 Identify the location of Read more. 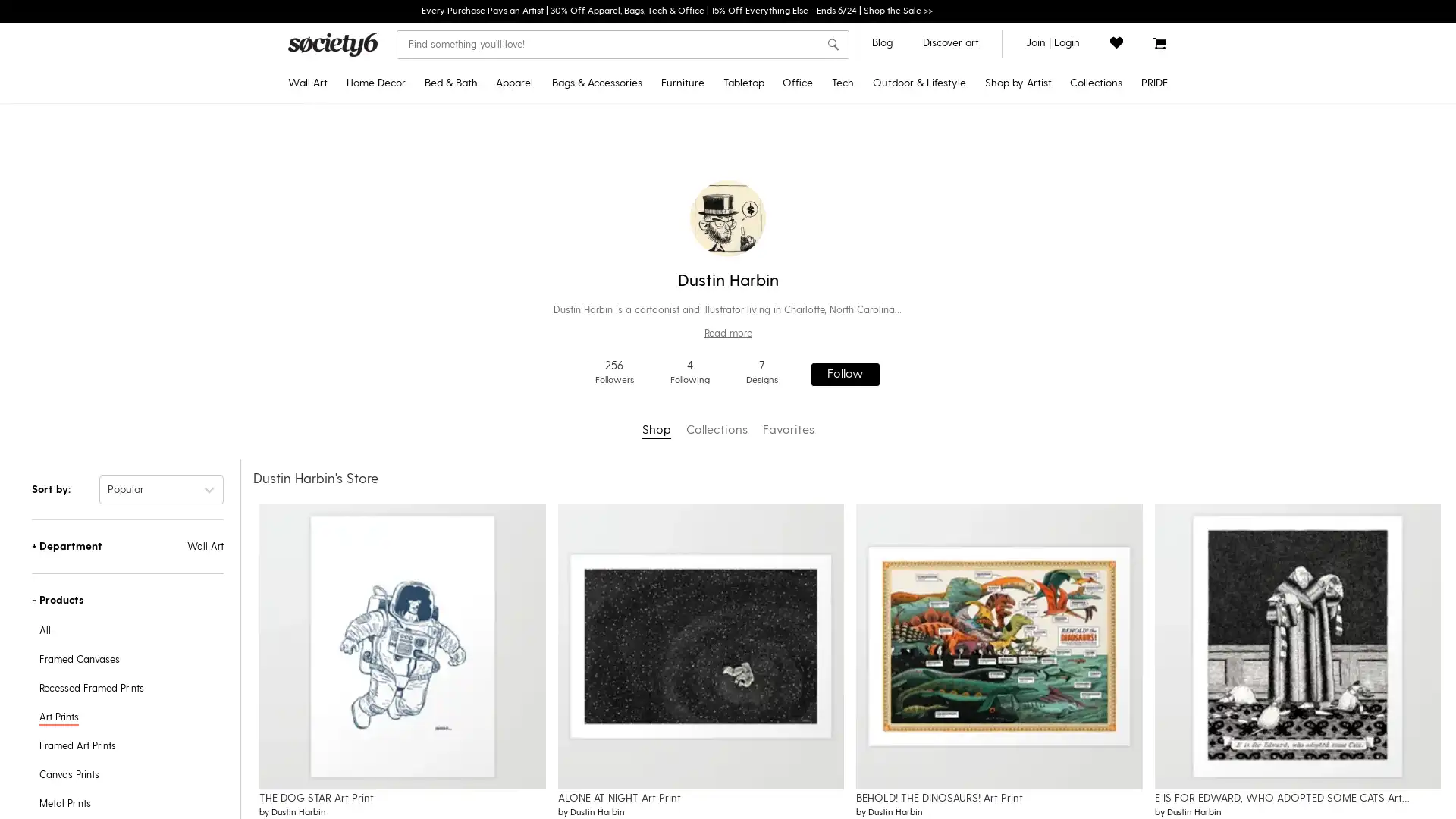
(728, 333).